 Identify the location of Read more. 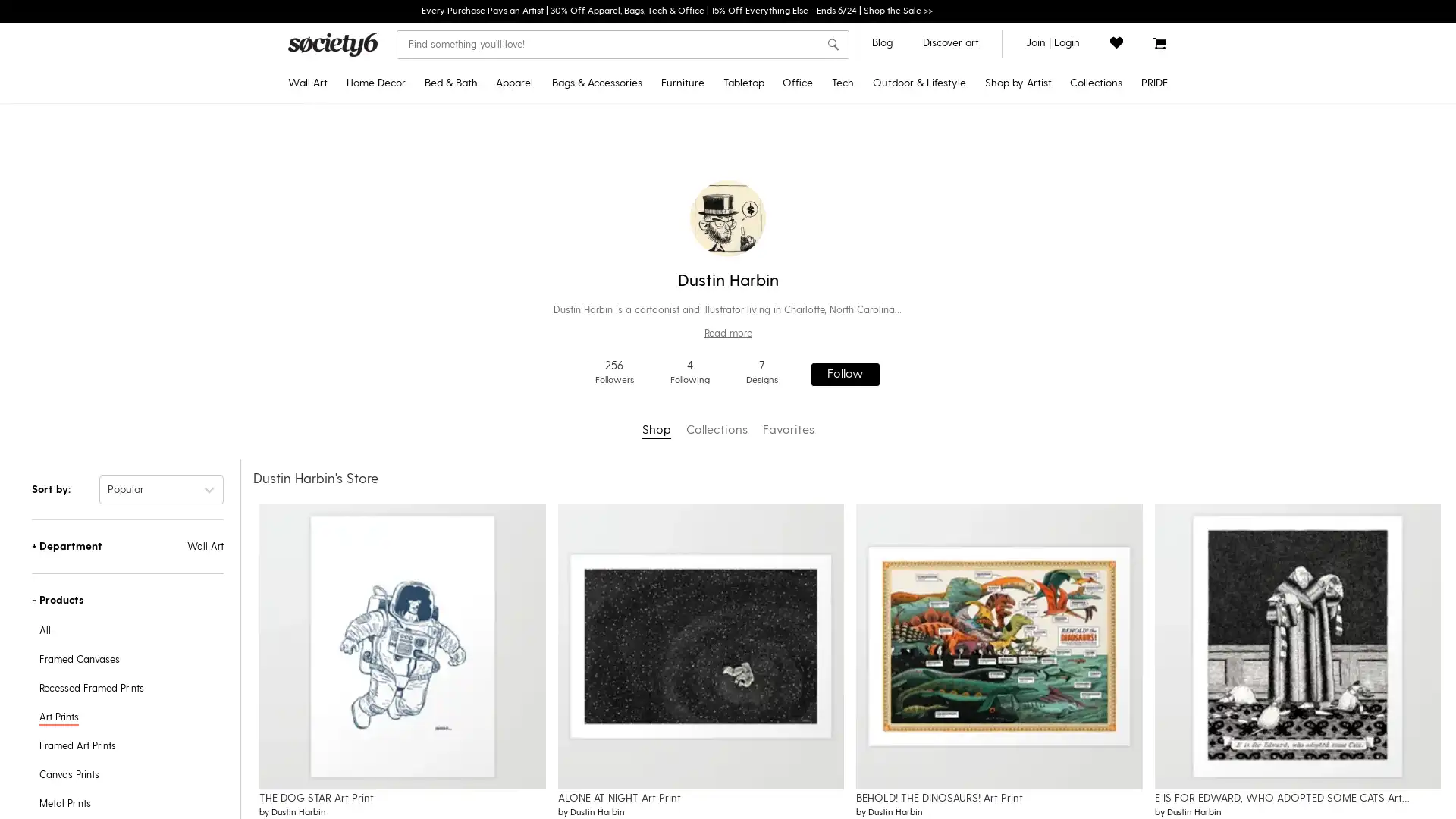
(728, 333).